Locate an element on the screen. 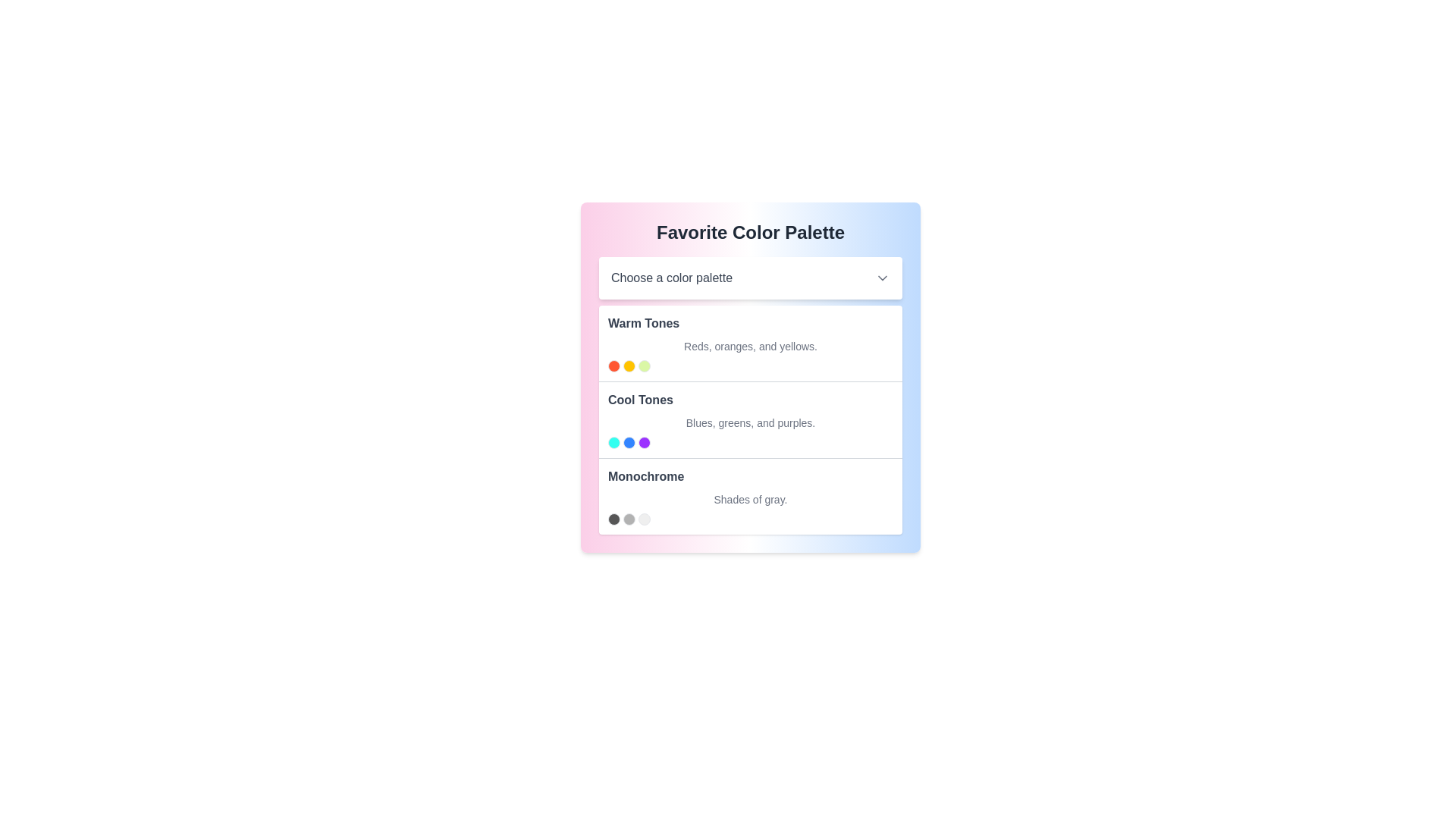 Image resolution: width=1456 pixels, height=819 pixels. the description of the color theme in the Selection List Item labeled 'Choose a color palette', which is the second section within the dropdown menu beneath 'Favorite Color Palette' is located at coordinates (750, 394).